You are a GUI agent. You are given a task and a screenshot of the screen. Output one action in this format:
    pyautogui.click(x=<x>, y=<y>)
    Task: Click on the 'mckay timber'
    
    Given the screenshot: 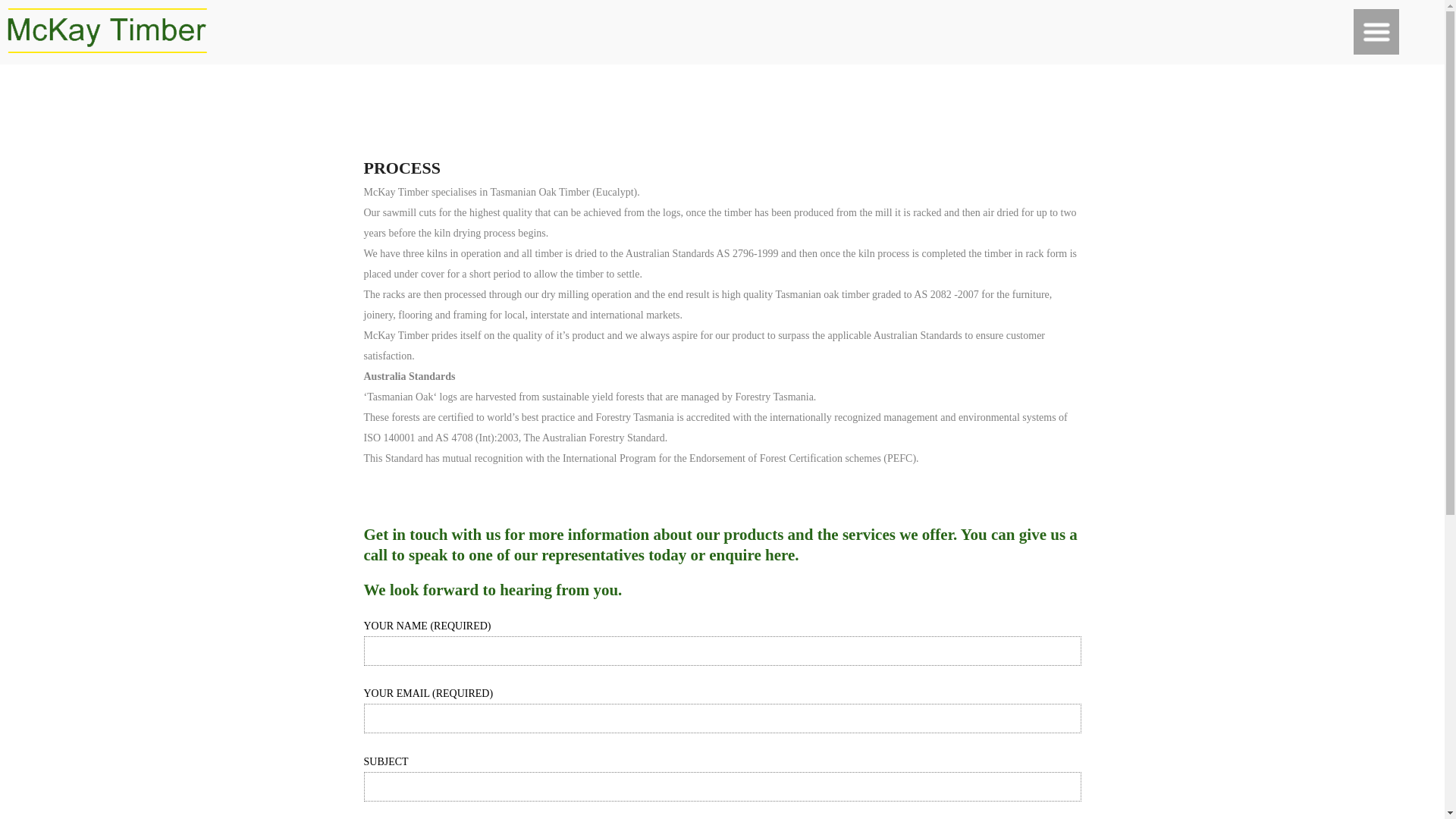 What is the action you would take?
    pyautogui.click(x=106, y=30)
    